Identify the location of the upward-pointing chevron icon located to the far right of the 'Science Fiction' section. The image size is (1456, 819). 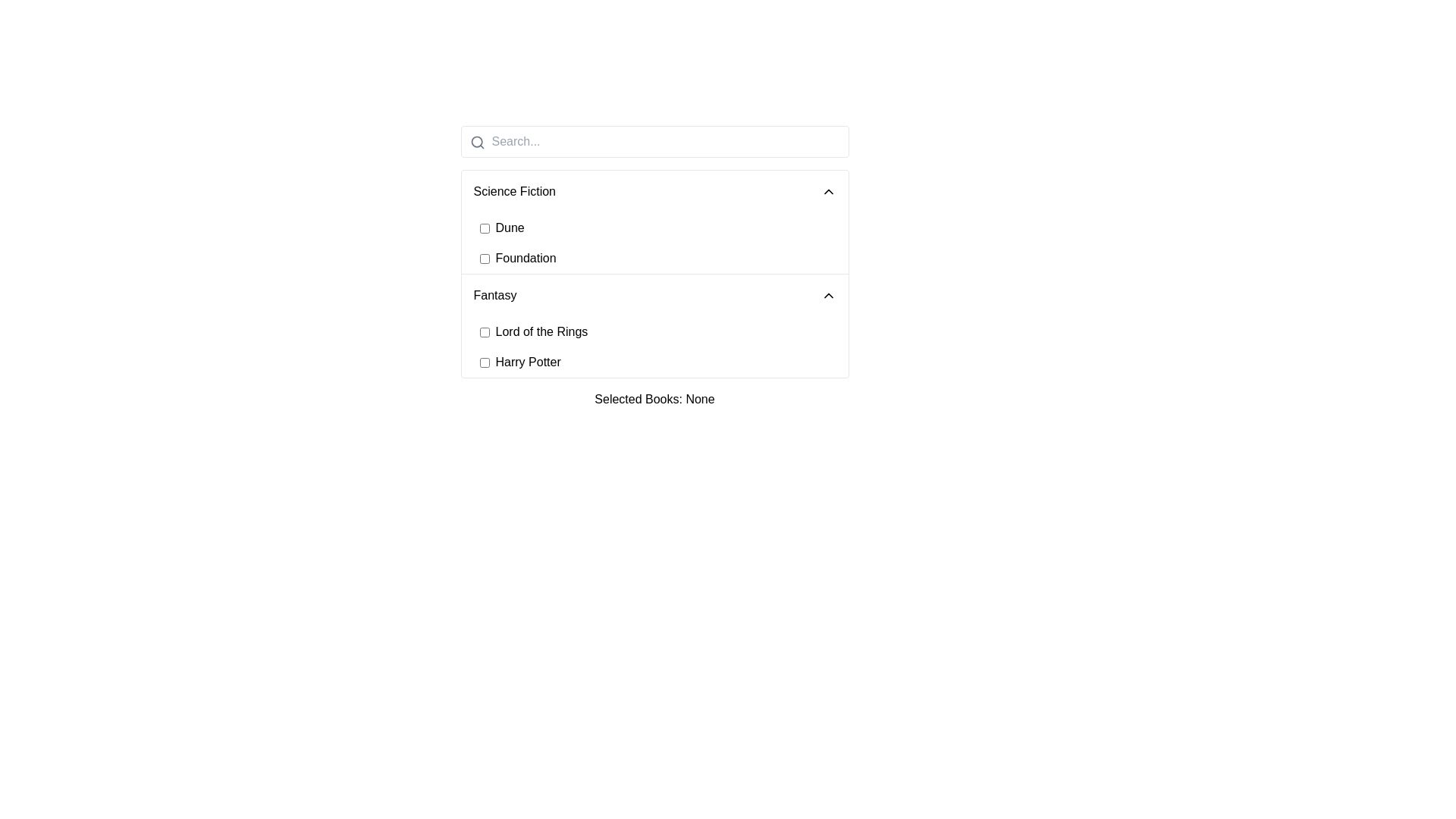
(827, 191).